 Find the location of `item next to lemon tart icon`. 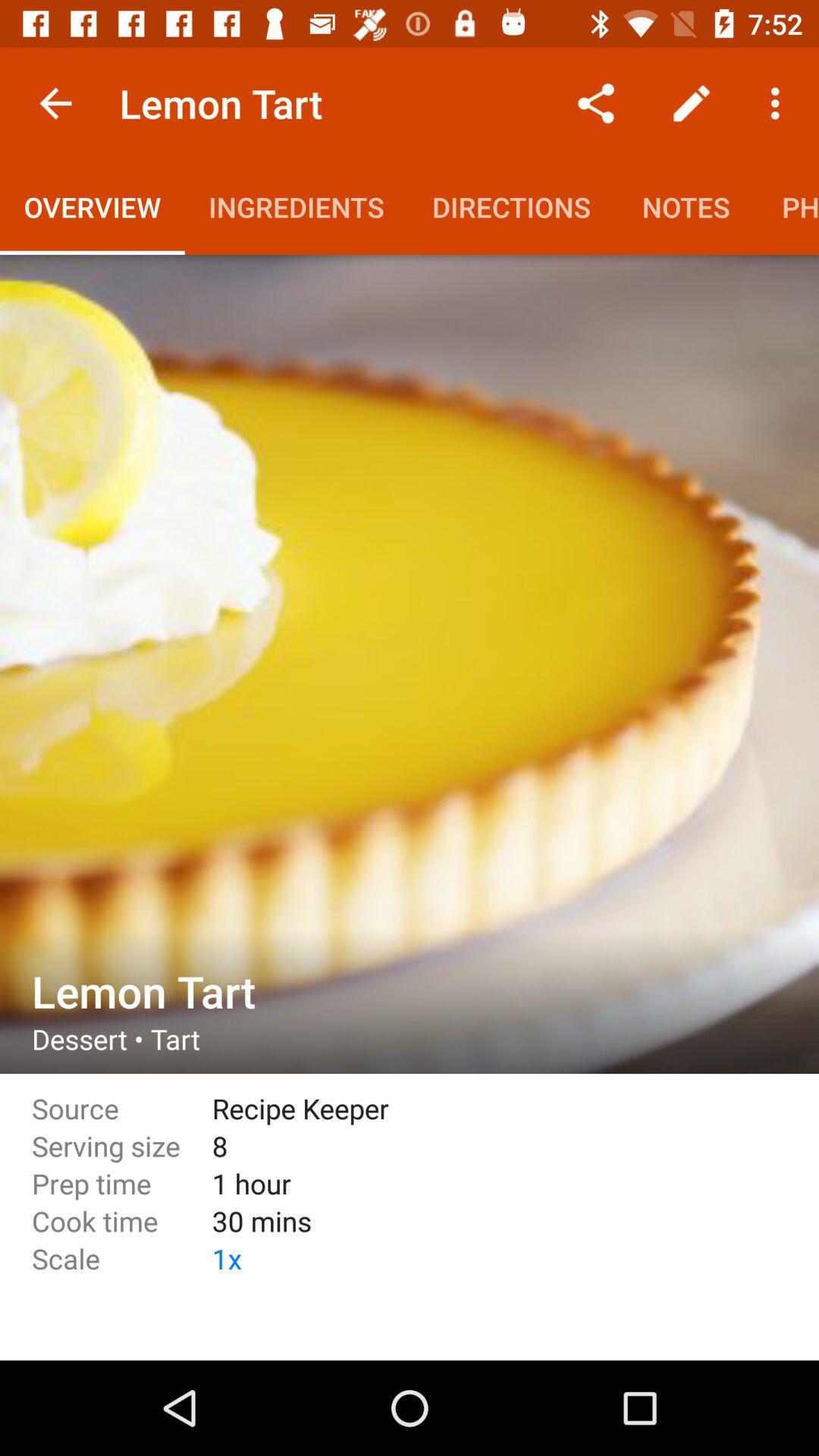

item next to lemon tart icon is located at coordinates (55, 102).